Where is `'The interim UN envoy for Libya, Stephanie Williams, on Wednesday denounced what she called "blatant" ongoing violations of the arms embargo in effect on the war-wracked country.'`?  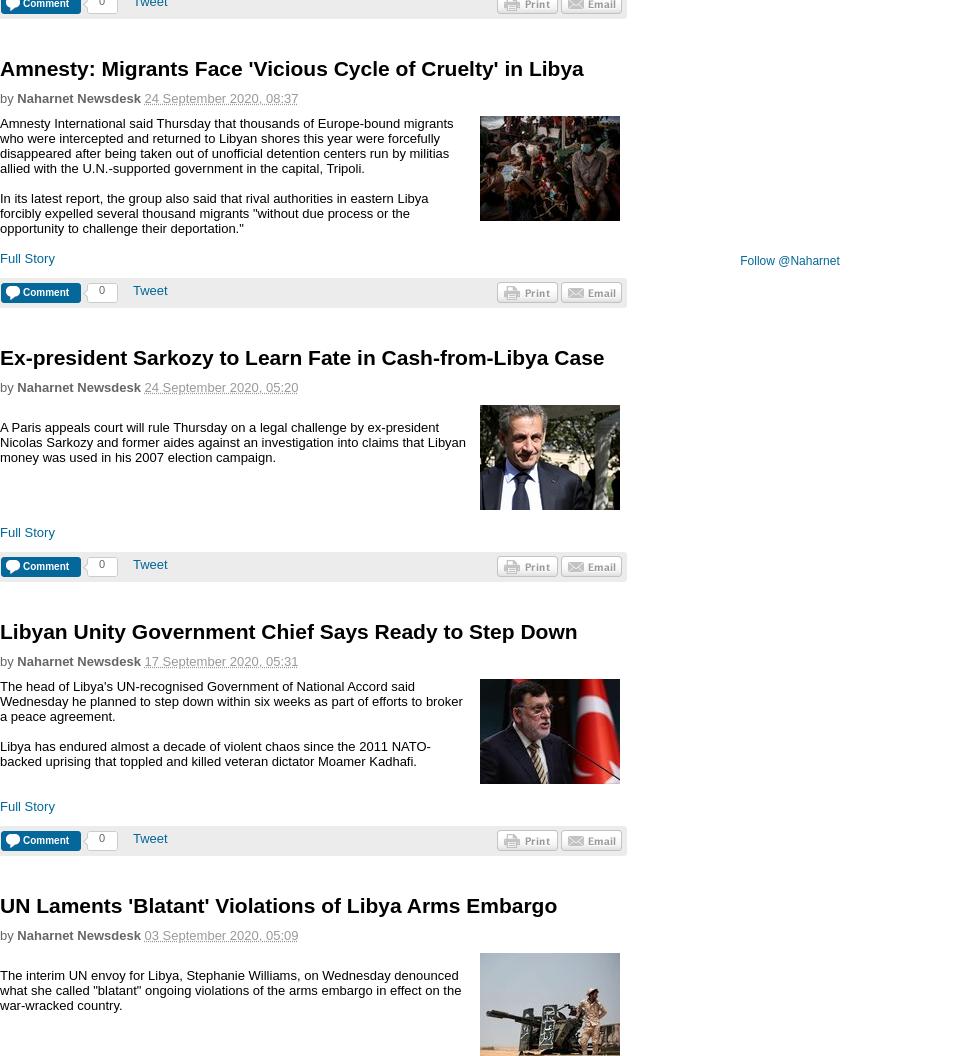
'The interim UN envoy for Libya, Stephanie Williams, on Wednesday denounced what she called "blatant" ongoing violations of the arms embargo in effect on the war-wracked country.' is located at coordinates (230, 990).